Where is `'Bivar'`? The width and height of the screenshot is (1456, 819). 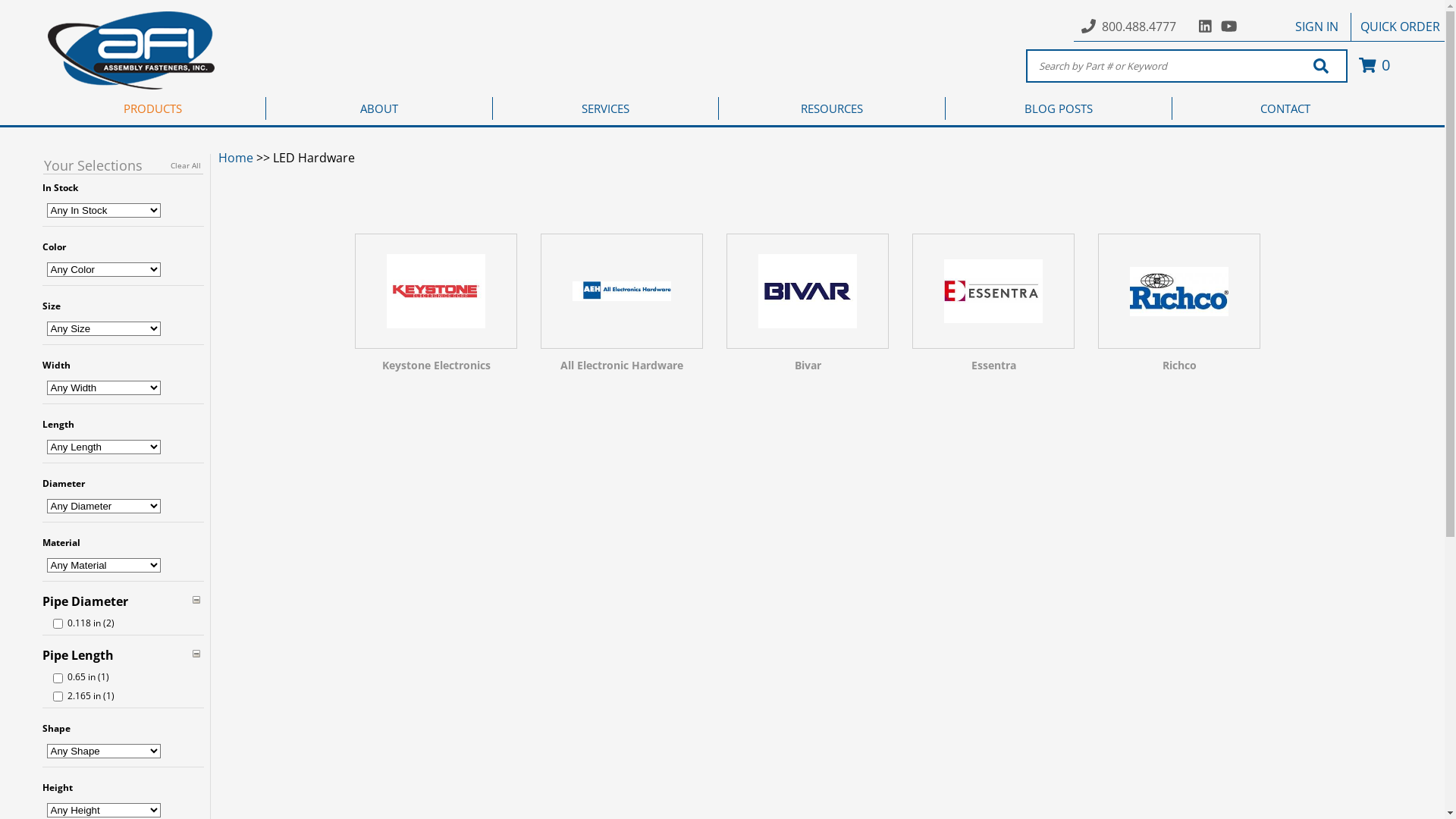
'Bivar' is located at coordinates (807, 307).